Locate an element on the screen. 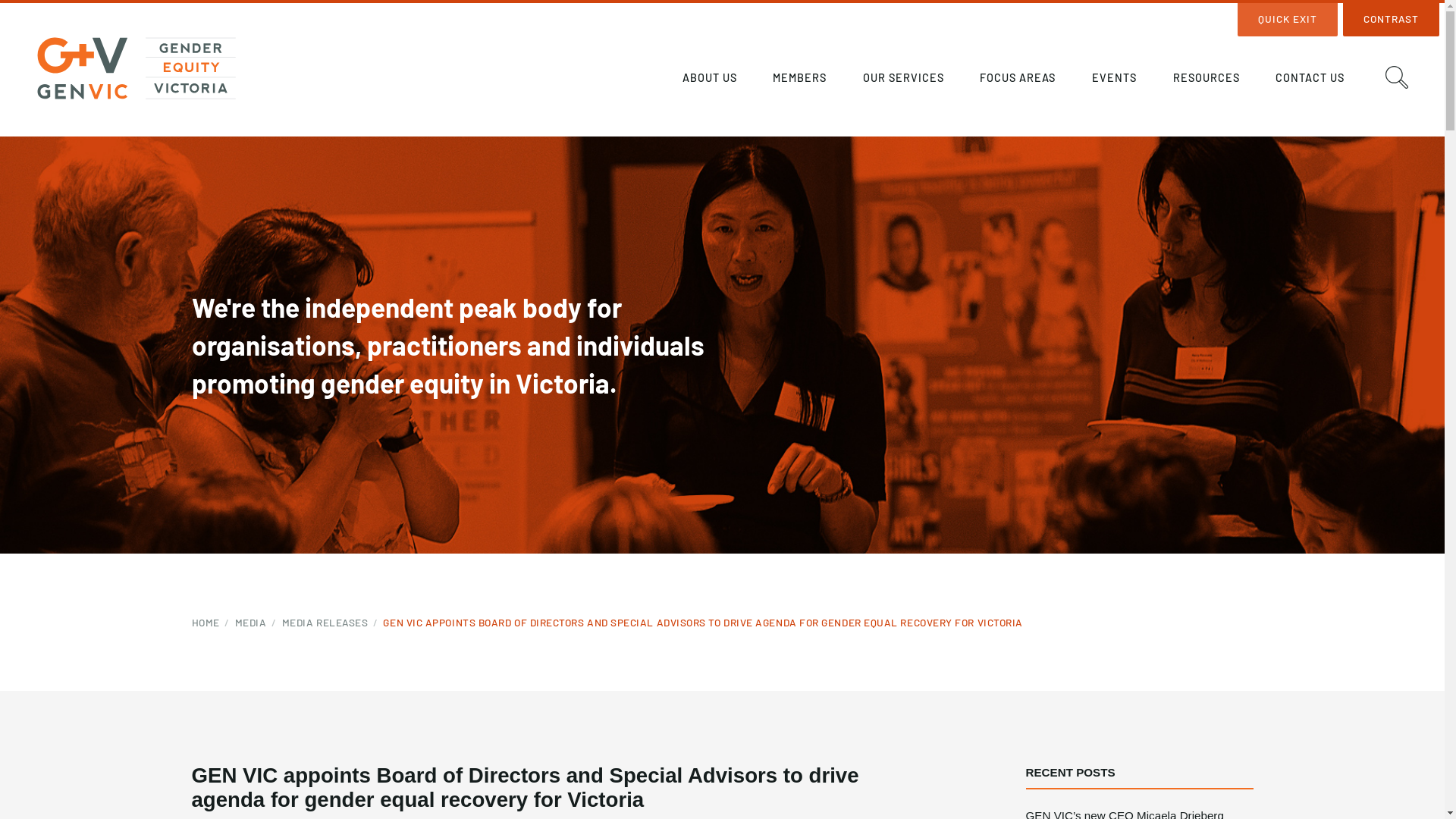 The width and height of the screenshot is (1456, 819). 'ABOUT US' is located at coordinates (666, 80).